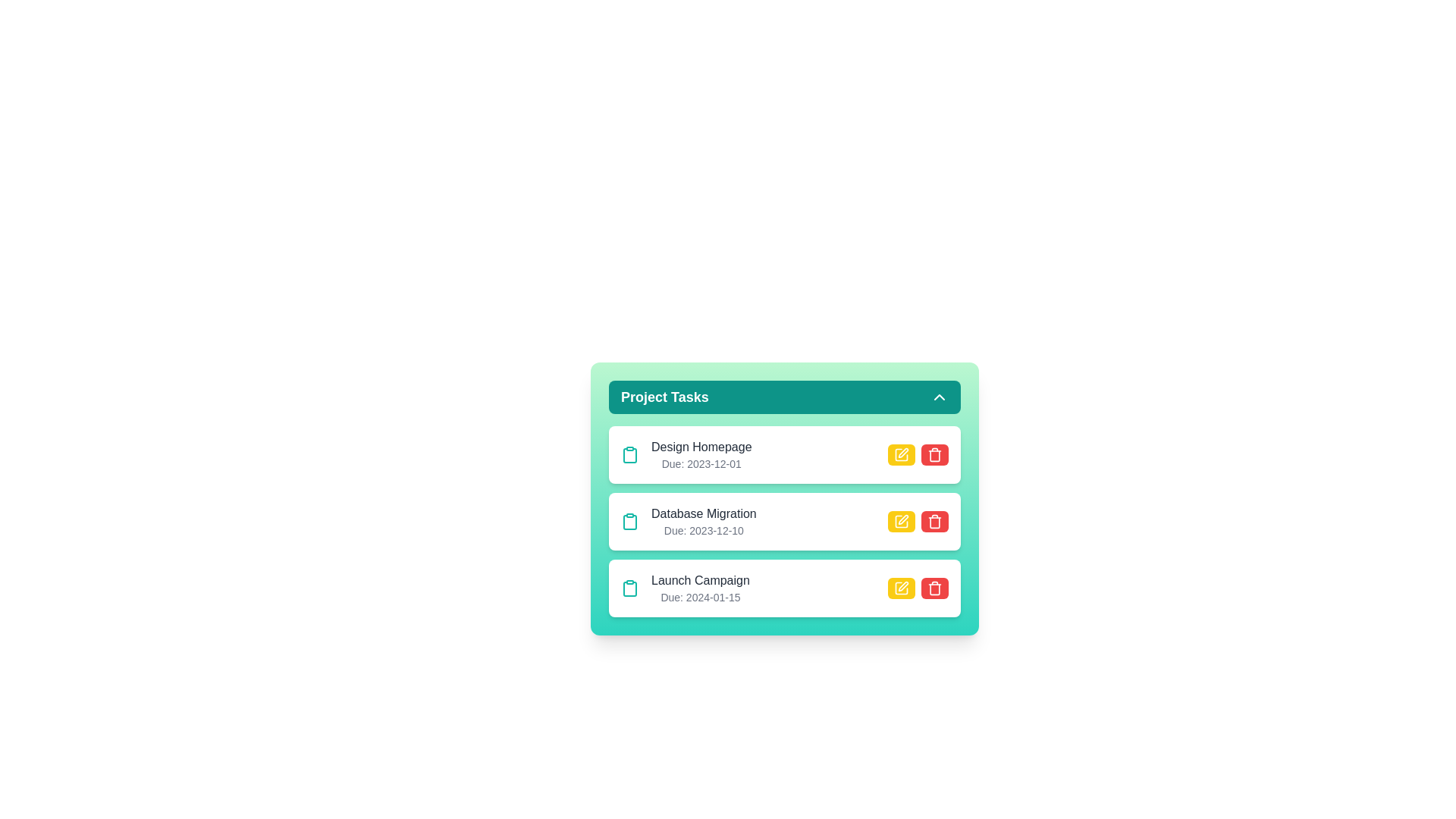 The height and width of the screenshot is (819, 1456). What do you see at coordinates (902, 520) in the screenshot?
I see `the edit button for the task titled 'Database Migration'` at bounding box center [902, 520].